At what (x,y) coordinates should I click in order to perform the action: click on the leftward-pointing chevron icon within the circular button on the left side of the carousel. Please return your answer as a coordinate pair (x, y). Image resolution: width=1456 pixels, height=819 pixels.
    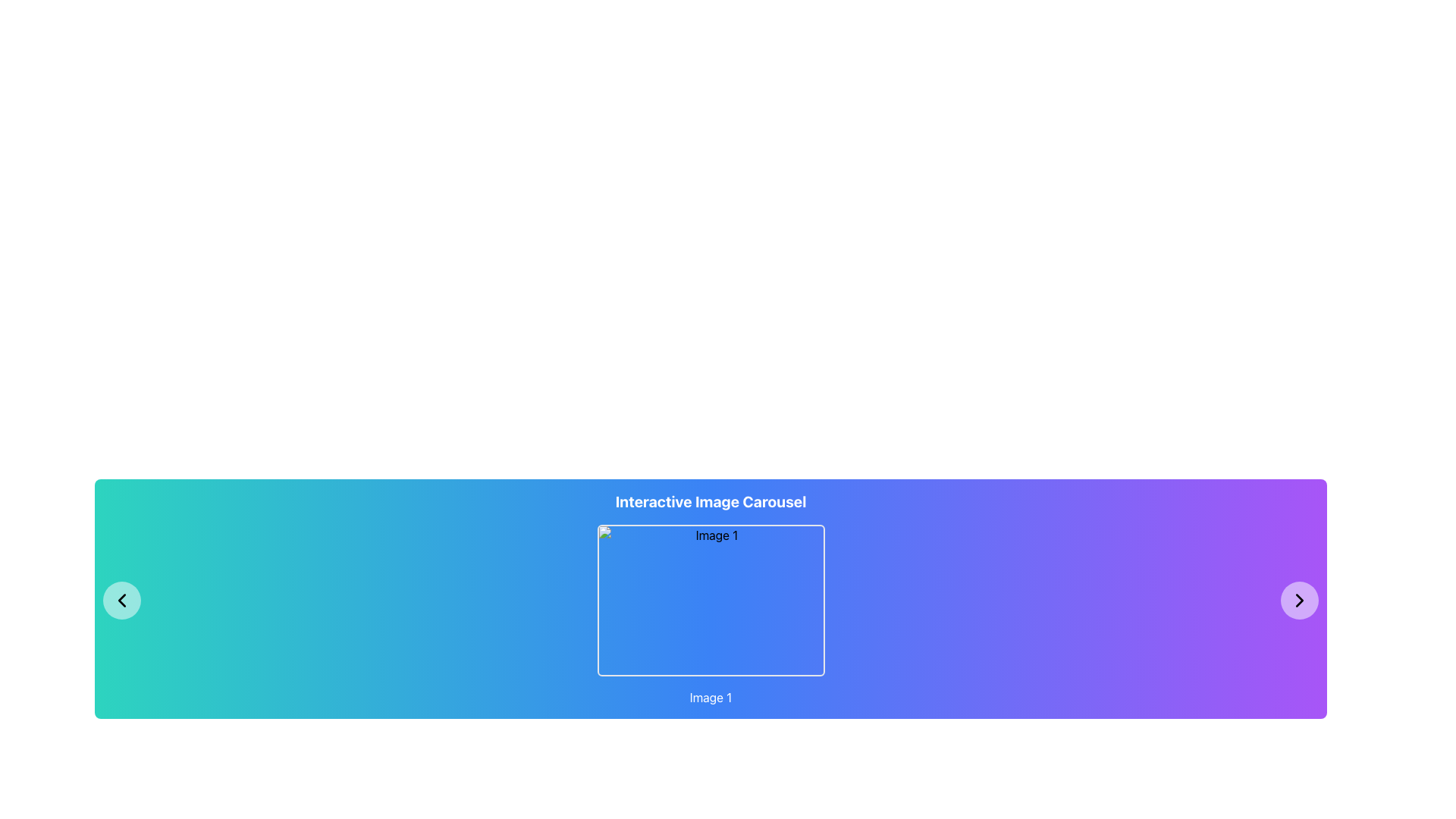
    Looking at the image, I should click on (122, 599).